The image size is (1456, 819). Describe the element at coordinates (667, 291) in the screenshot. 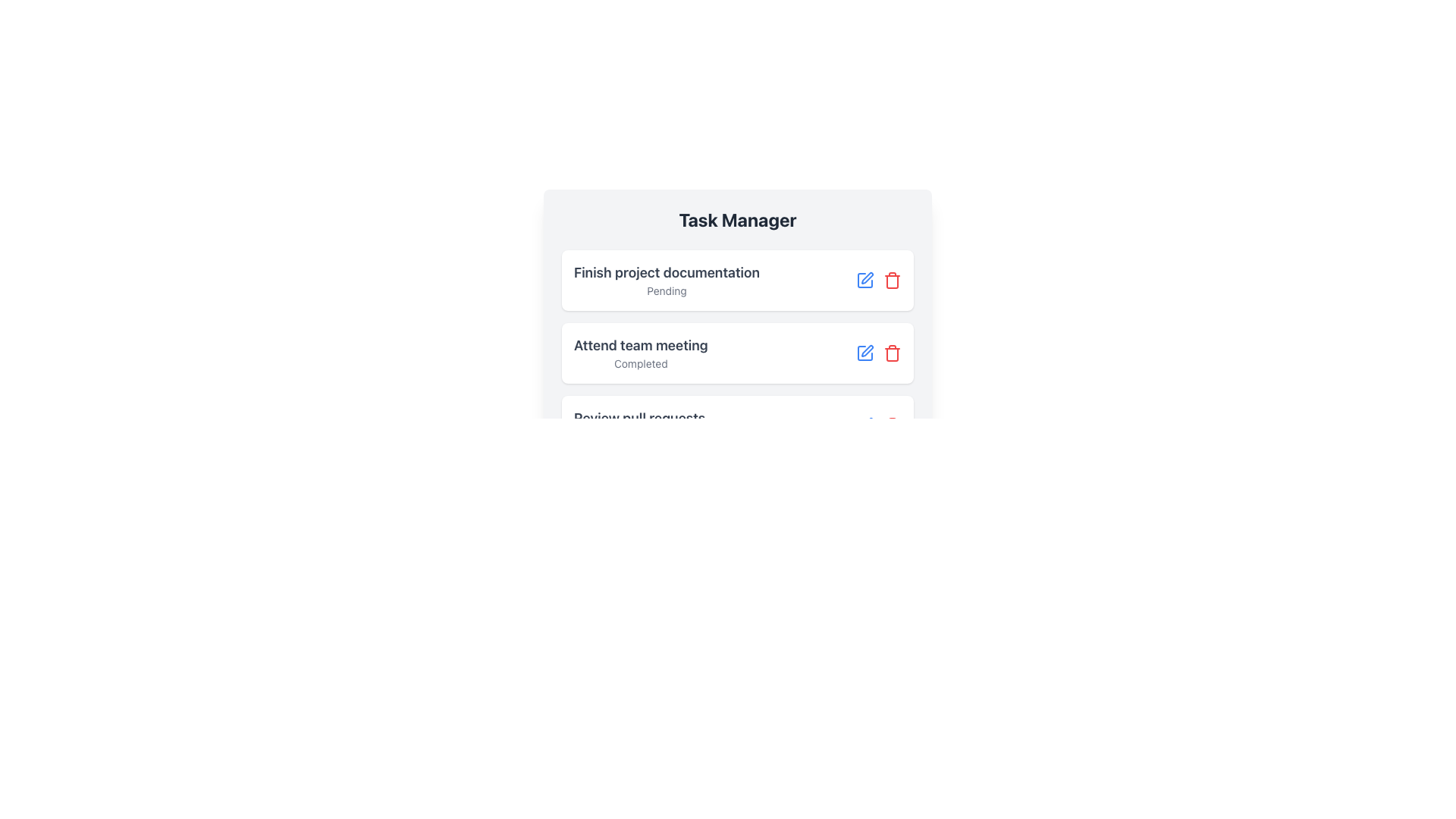

I see `the static text label indicating the status of the task, which shows that it is still pending, positioned directly below the 'Finish project documentation' text in the top task card` at that location.